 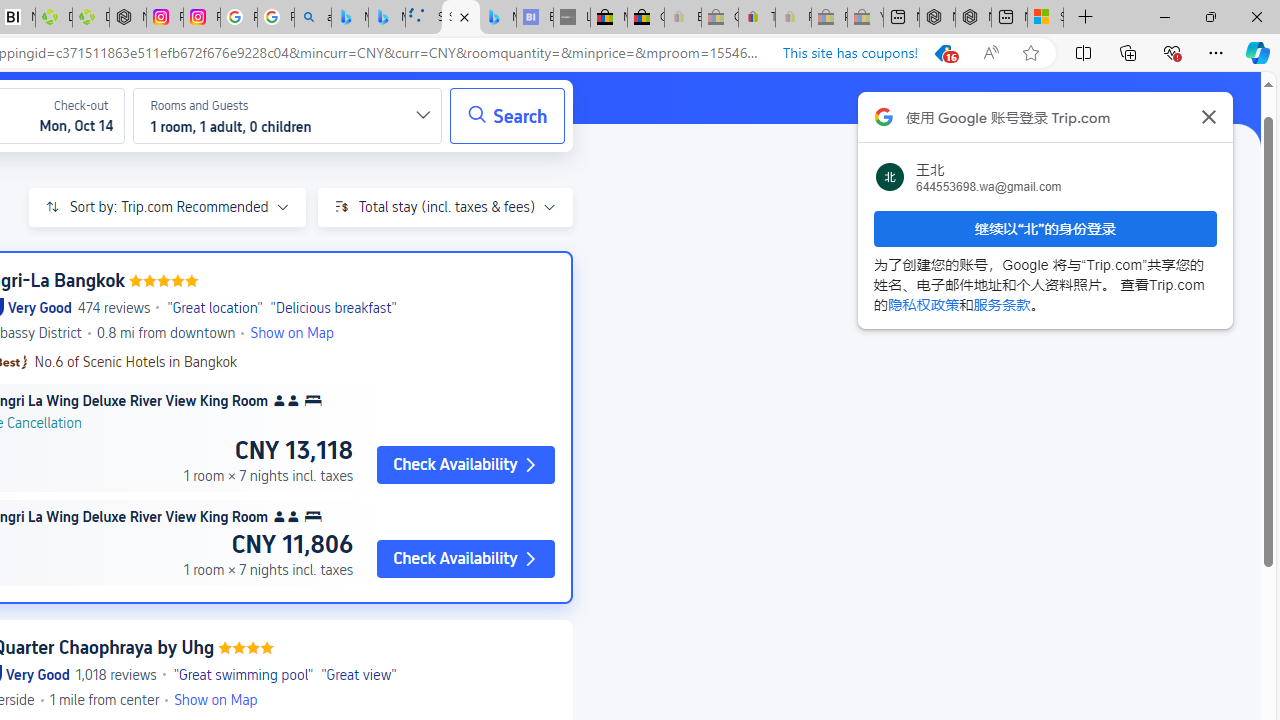 I want to click on 'Yard, Garden & Outdoor Living - Sleeping', so click(x=865, y=17).